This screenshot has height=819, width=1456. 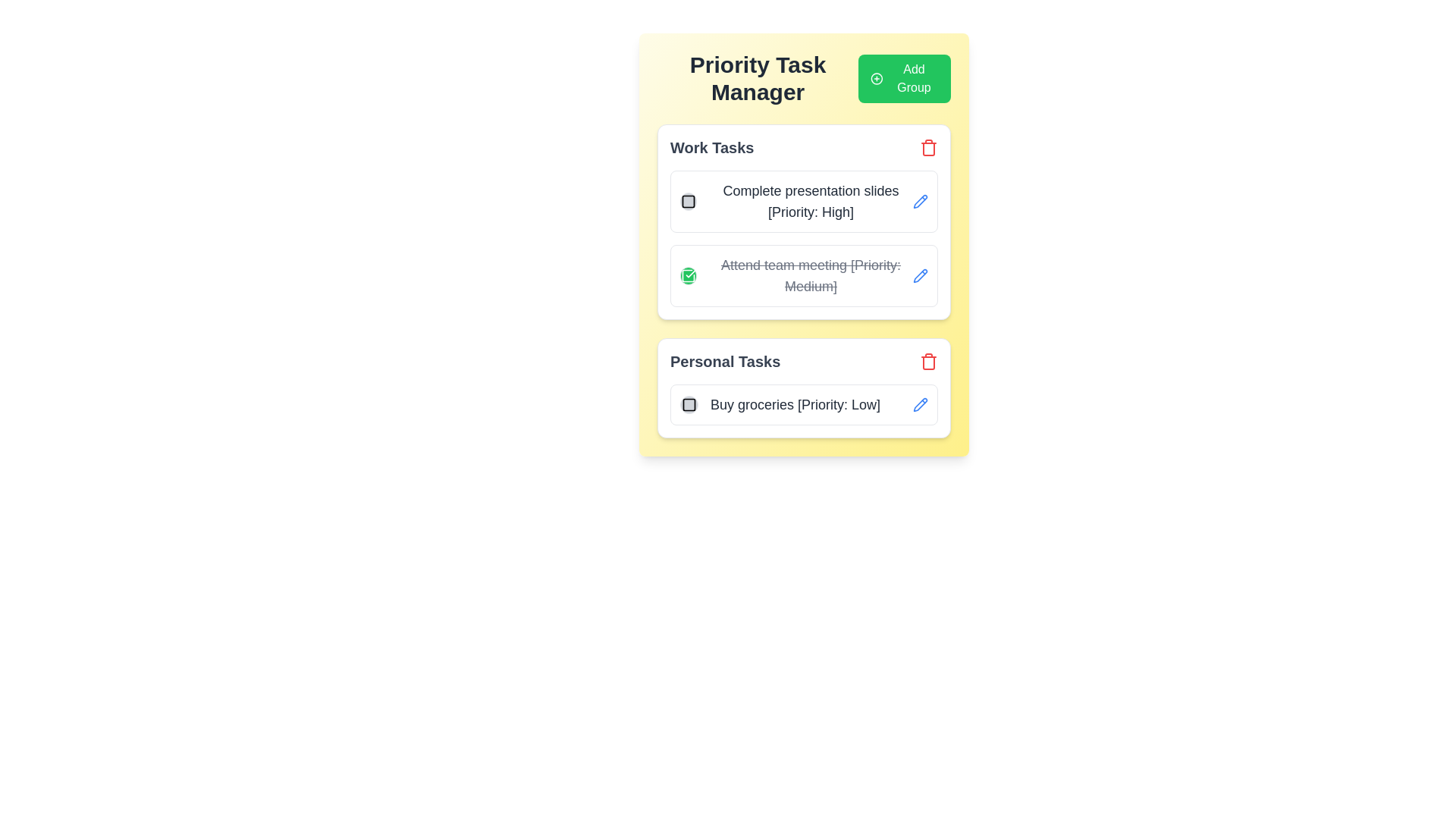 I want to click on the task text labeled 'Complete presentation slides [Priority: High]' in the first card of the 'Work Tasks' group, so click(x=803, y=201).